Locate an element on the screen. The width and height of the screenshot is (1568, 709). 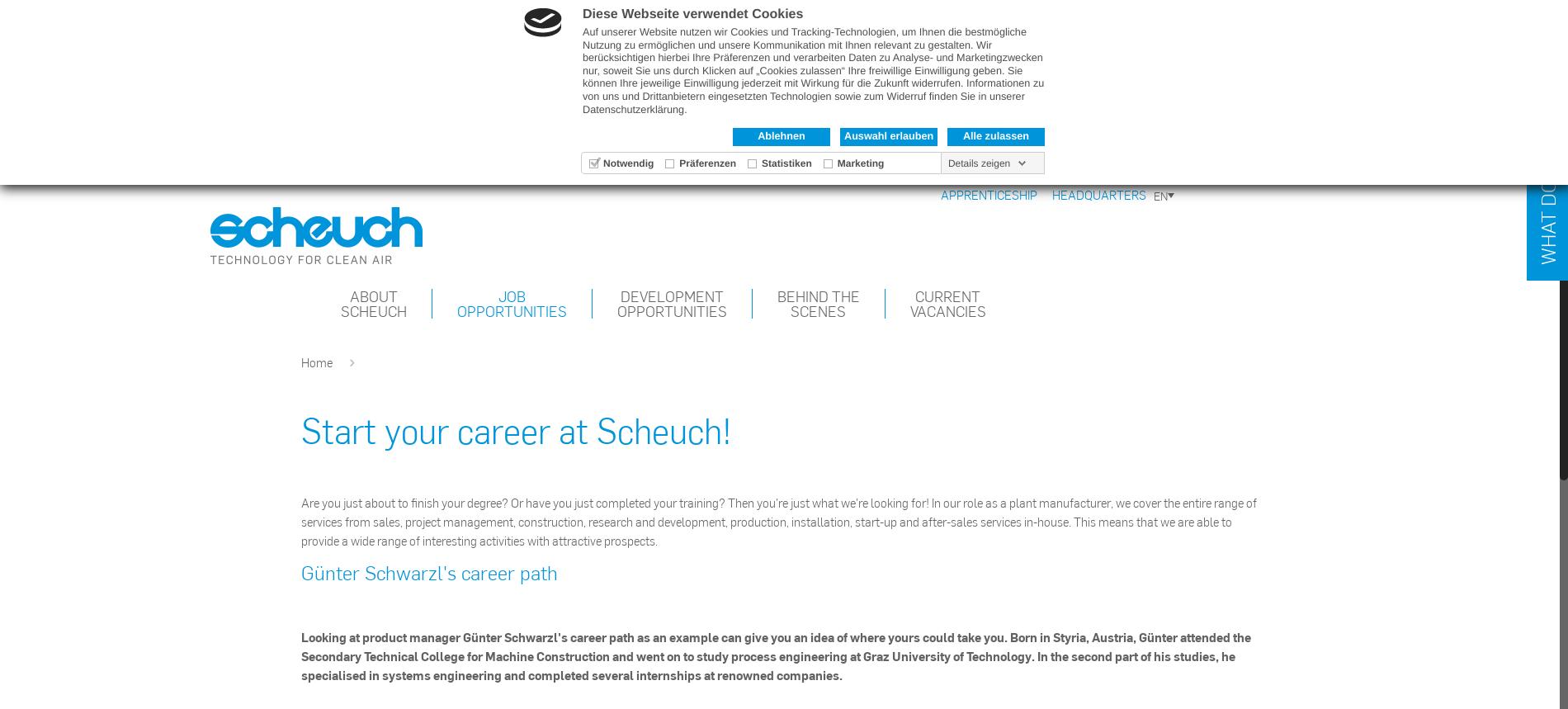
'Home' is located at coordinates (315, 361).